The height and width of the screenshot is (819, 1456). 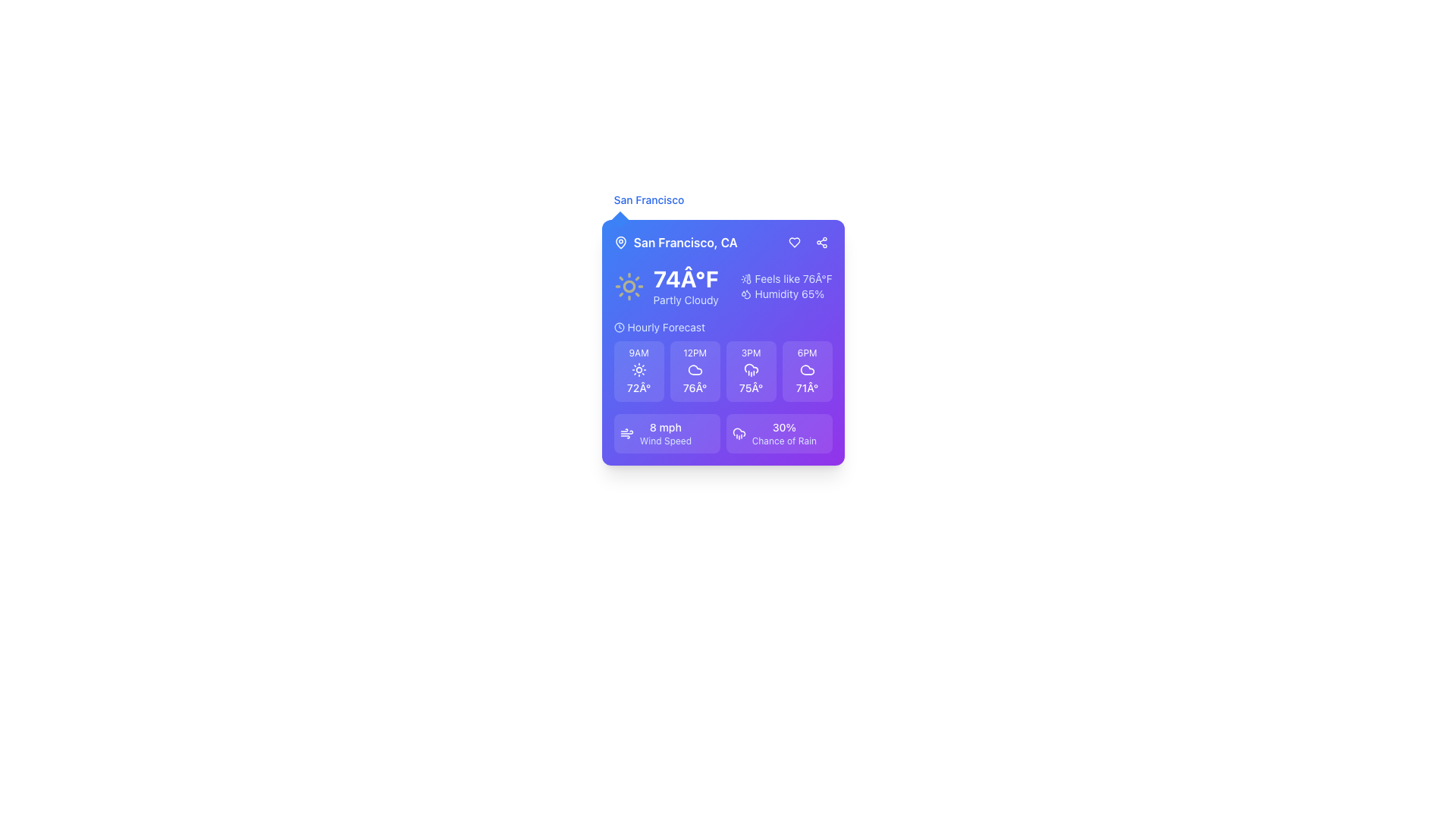 I want to click on the information displayed on the third Weather forecast card in the 'Hourly Forecast' section, which shows hourly weather details including time, an icon, and temperature, so click(x=722, y=371).